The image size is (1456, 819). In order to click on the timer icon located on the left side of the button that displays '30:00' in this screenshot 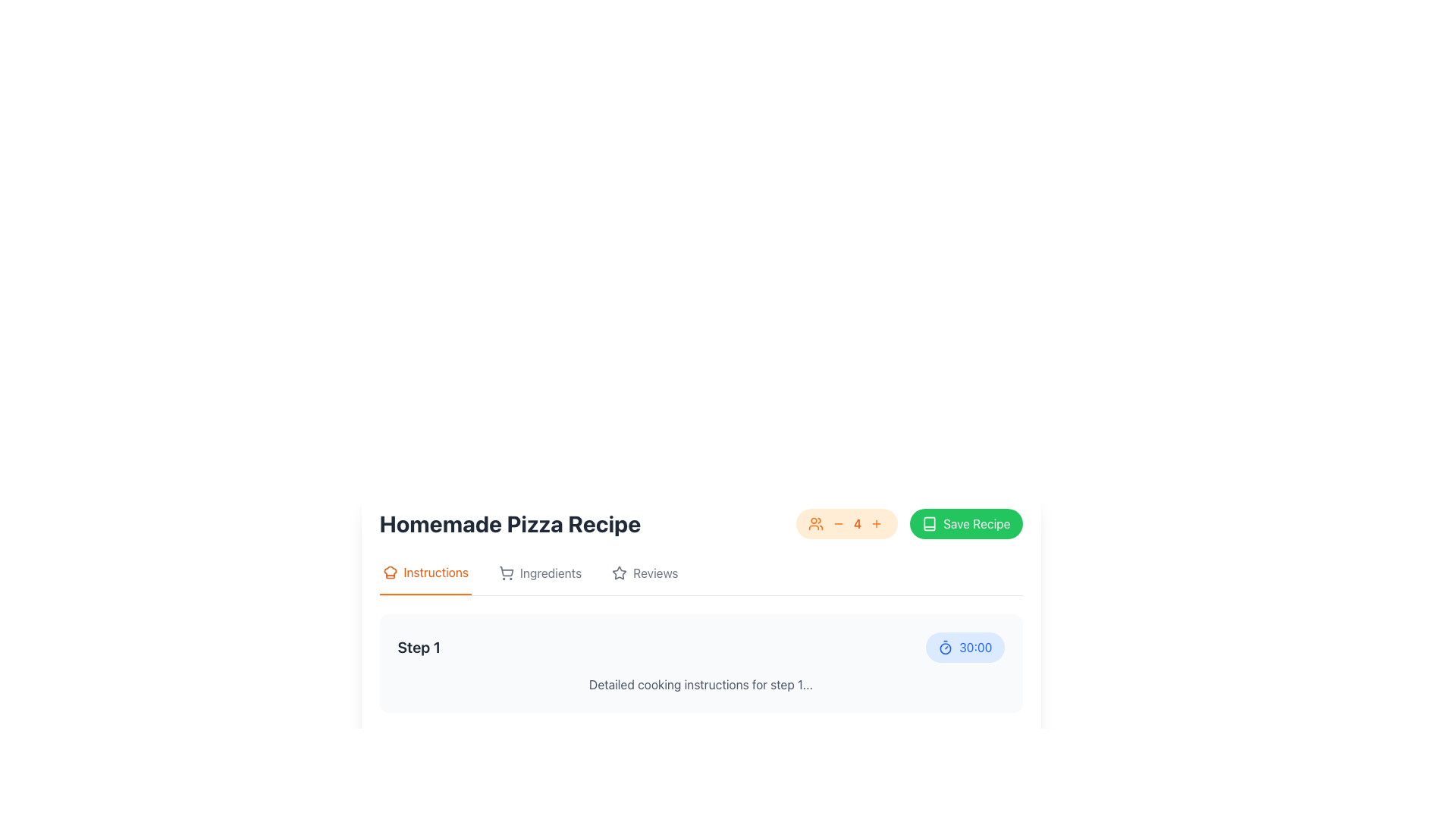, I will do `click(945, 647)`.